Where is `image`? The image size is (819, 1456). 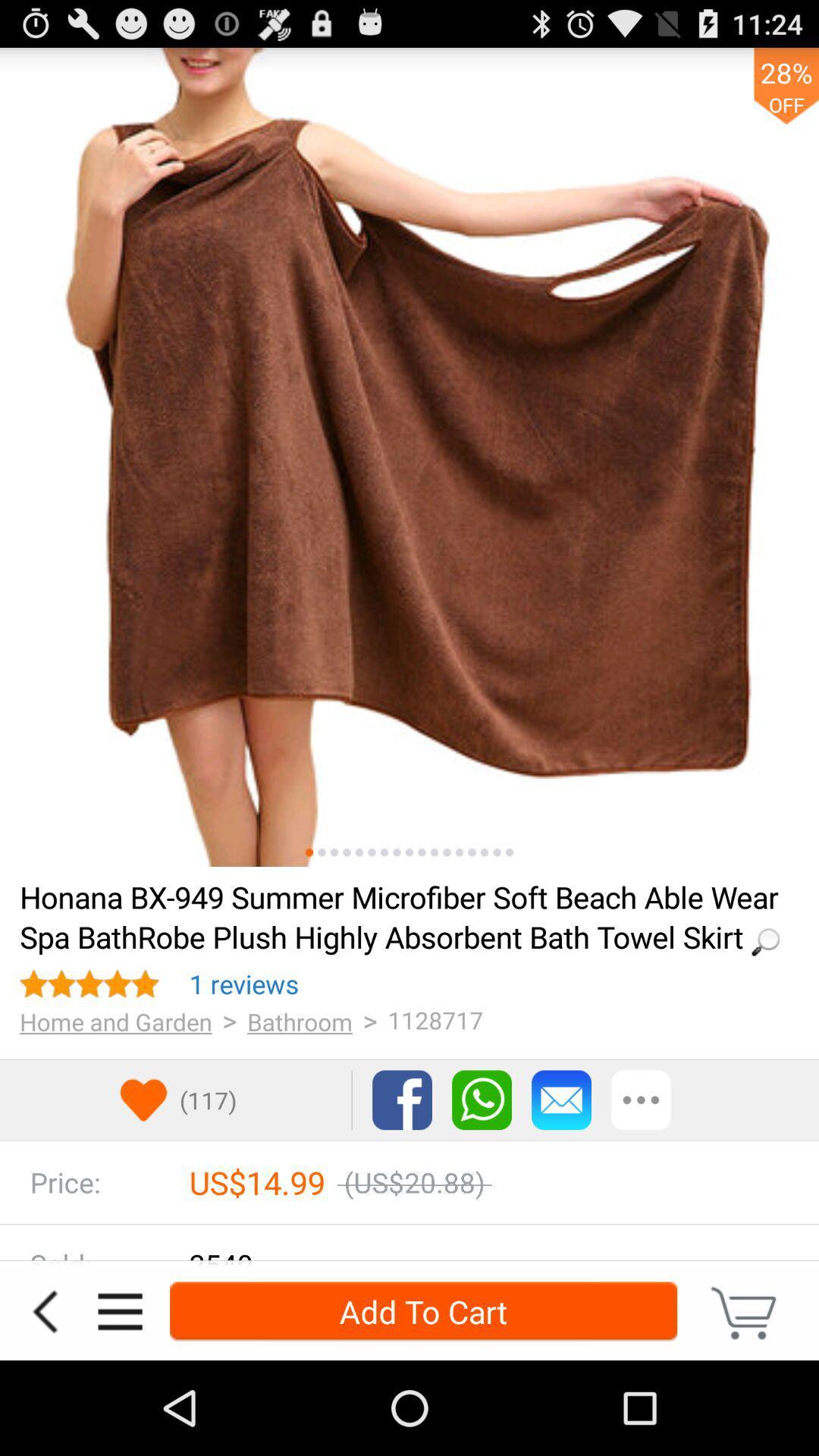
image is located at coordinates (396, 852).